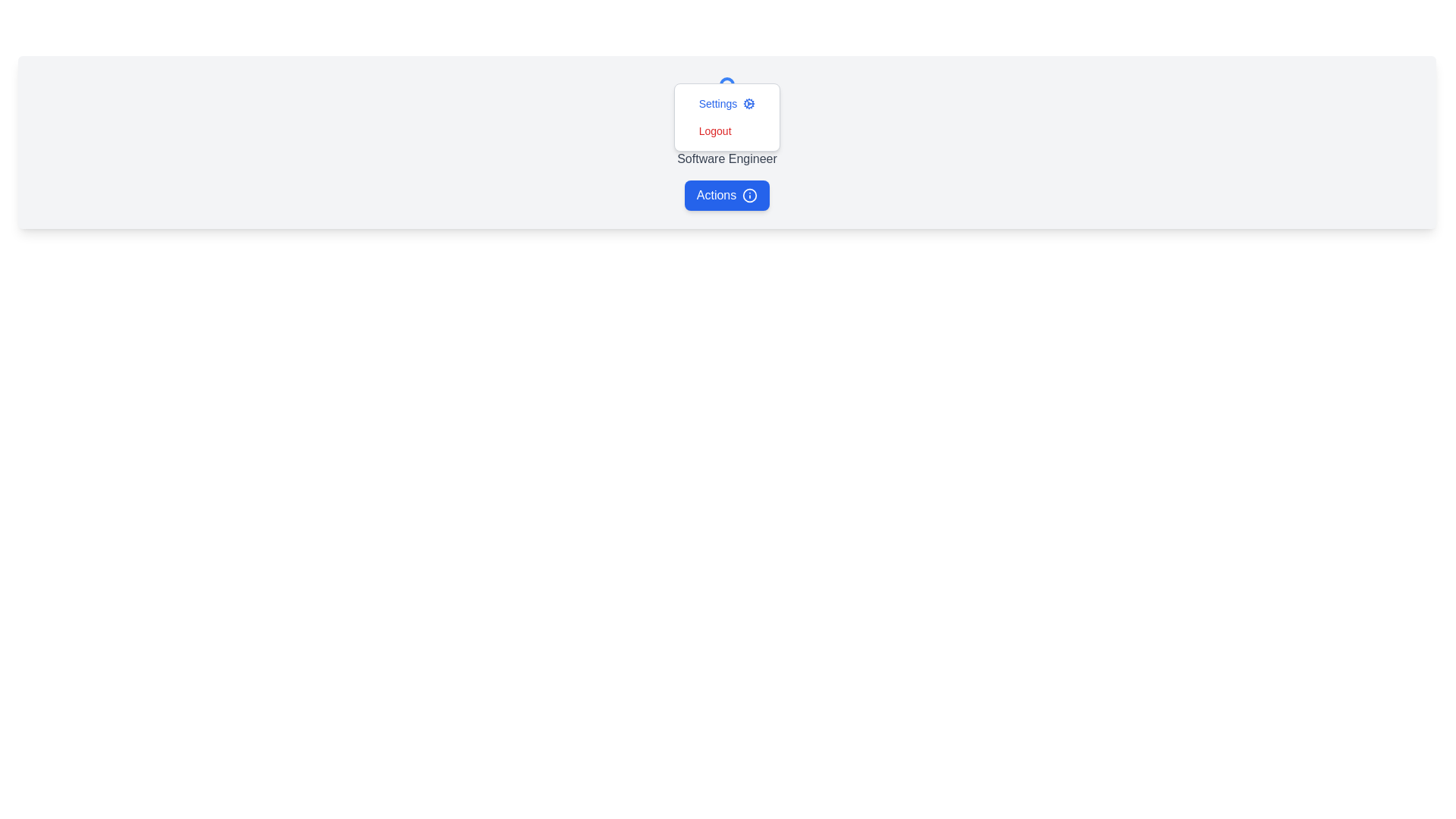 The height and width of the screenshot is (819, 1456). What do you see at coordinates (726, 133) in the screenshot?
I see `the logout hyperlink located below the 'Settings' option in the user profile dropdown menu to log out of the account` at bounding box center [726, 133].